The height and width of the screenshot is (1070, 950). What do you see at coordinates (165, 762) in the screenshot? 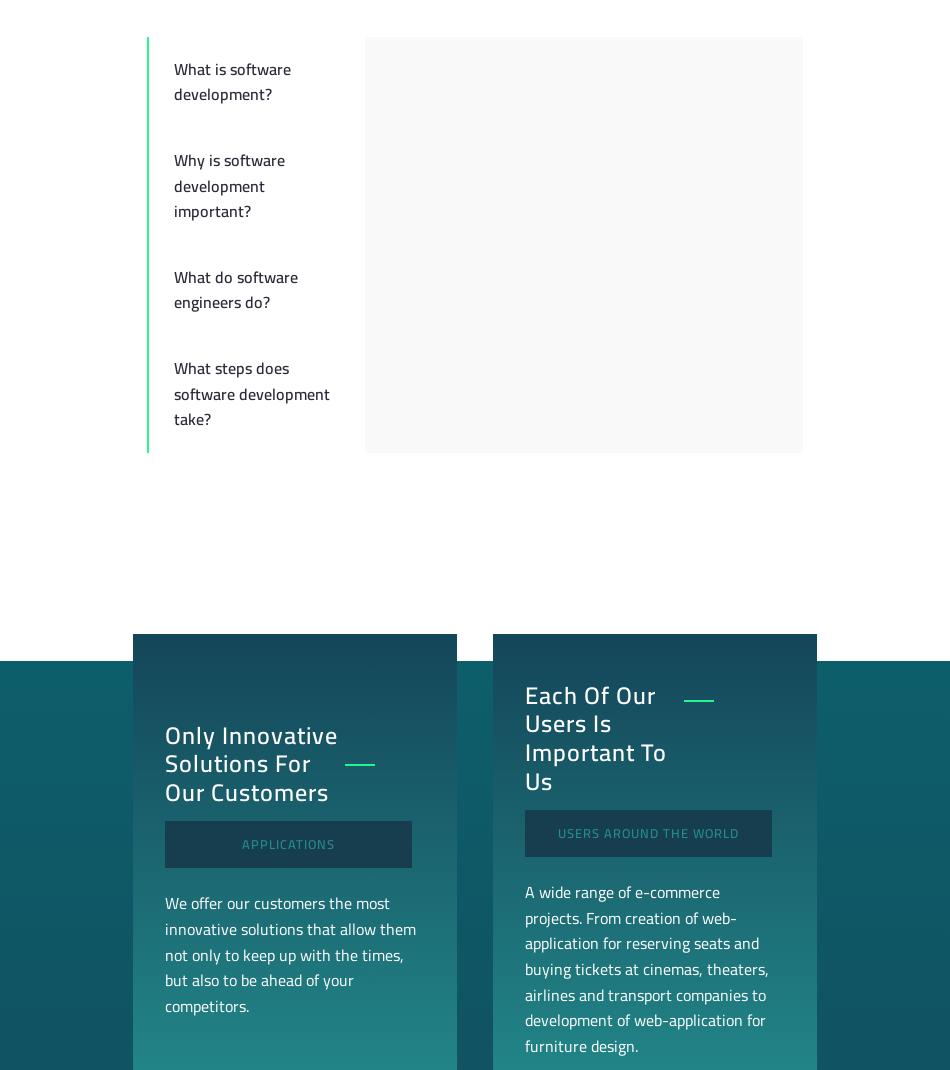
I see `'Only innovative solutions for our customers'` at bounding box center [165, 762].